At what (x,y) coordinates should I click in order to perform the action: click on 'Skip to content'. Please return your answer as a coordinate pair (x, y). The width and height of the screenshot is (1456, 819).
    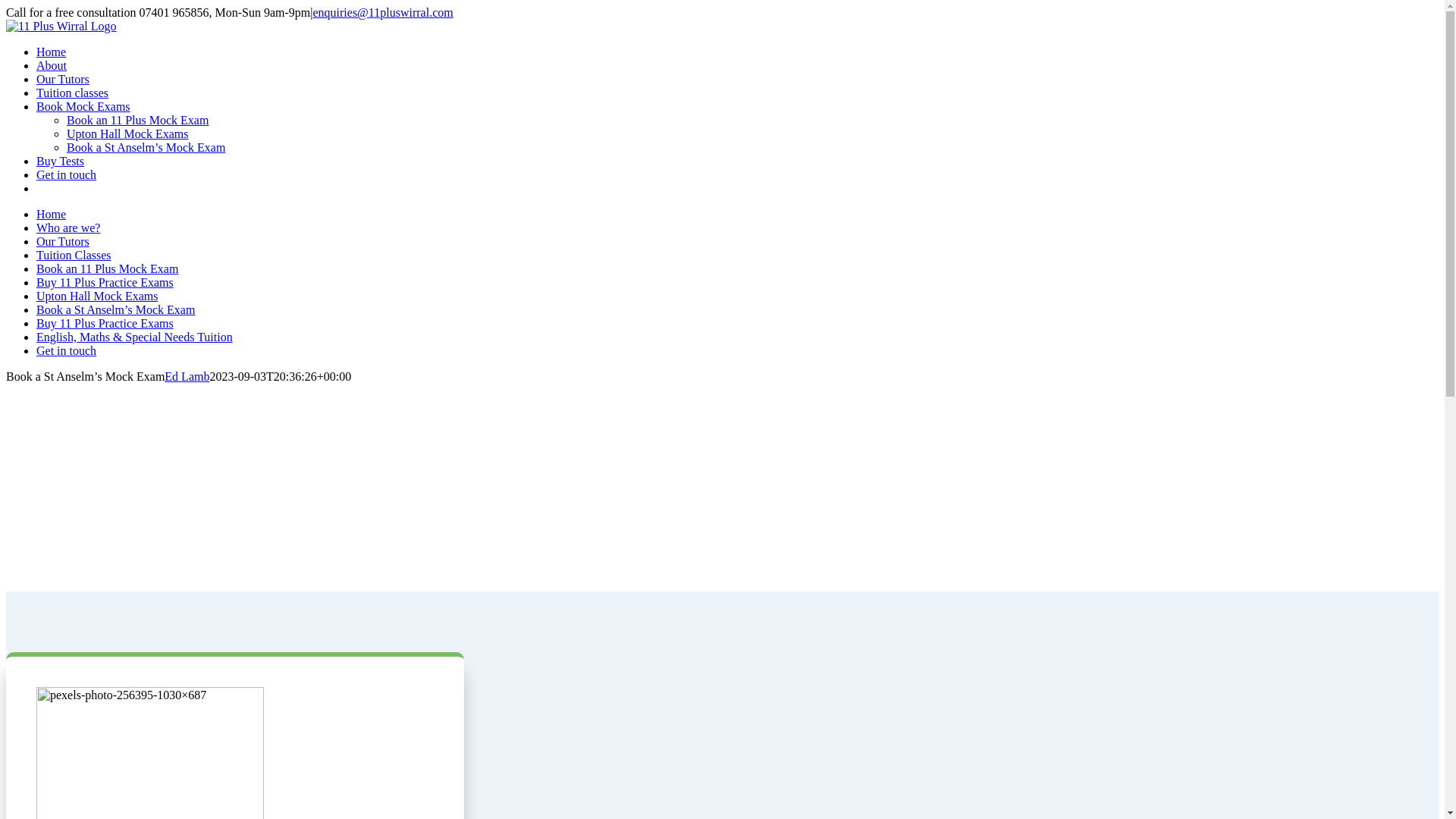
    Looking at the image, I should click on (5, 5).